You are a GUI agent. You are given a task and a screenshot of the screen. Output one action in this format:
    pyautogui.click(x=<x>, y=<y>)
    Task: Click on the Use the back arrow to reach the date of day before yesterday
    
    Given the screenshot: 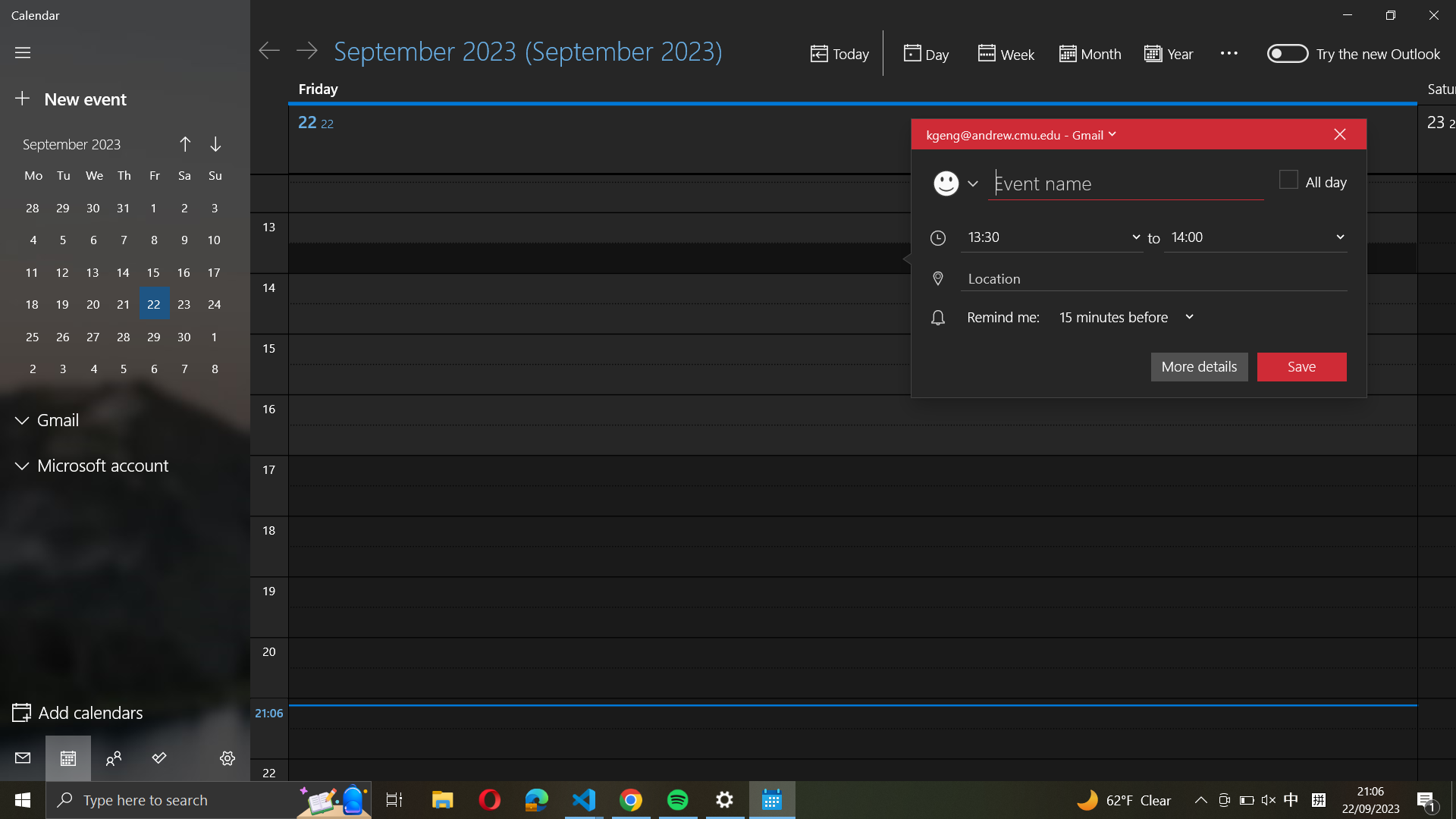 What is the action you would take?
    pyautogui.click(x=269, y=49)
    